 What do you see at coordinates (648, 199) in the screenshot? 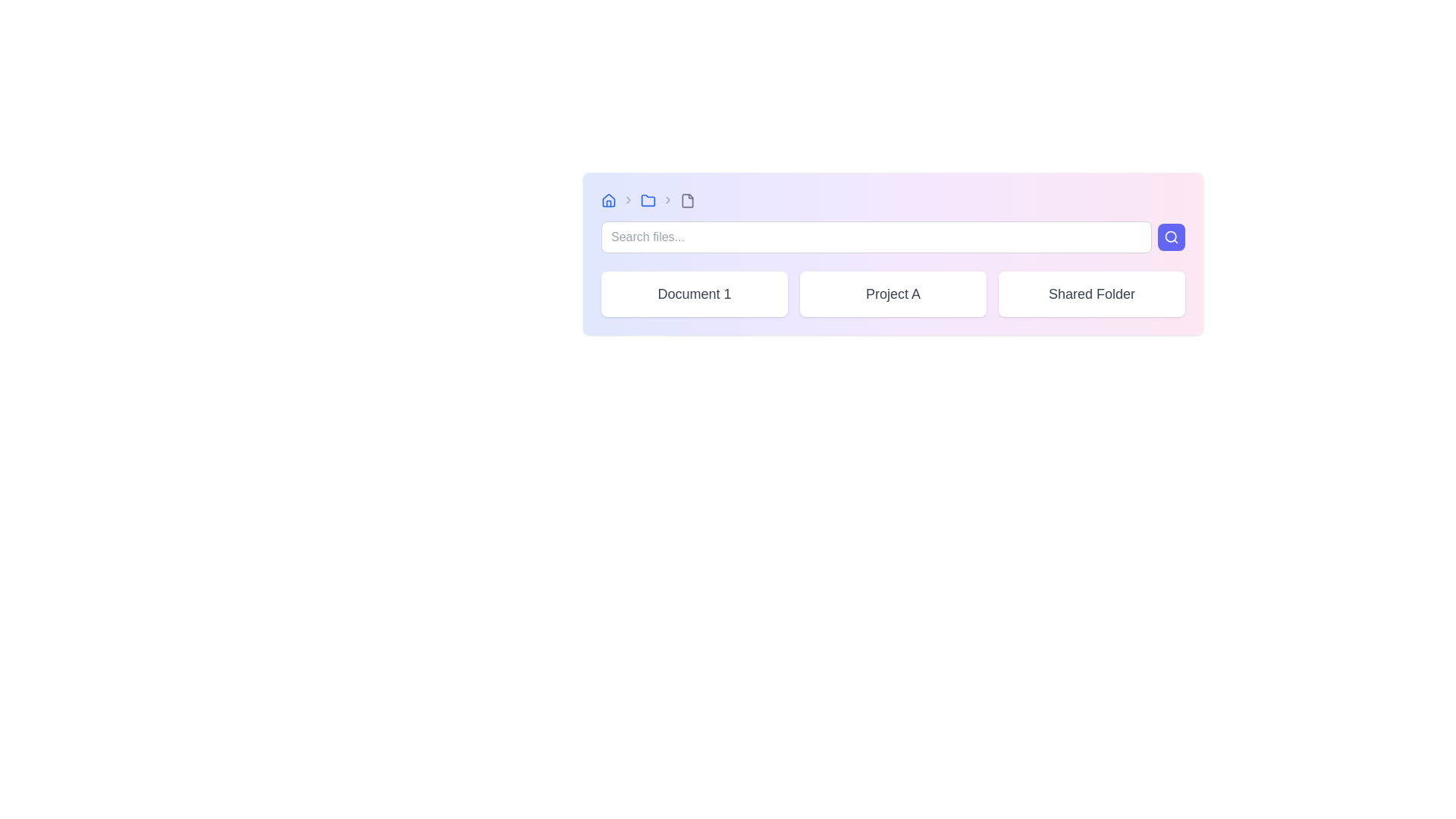
I see `the folder-shaped icon located in the top center of the interface beside other icons` at bounding box center [648, 199].